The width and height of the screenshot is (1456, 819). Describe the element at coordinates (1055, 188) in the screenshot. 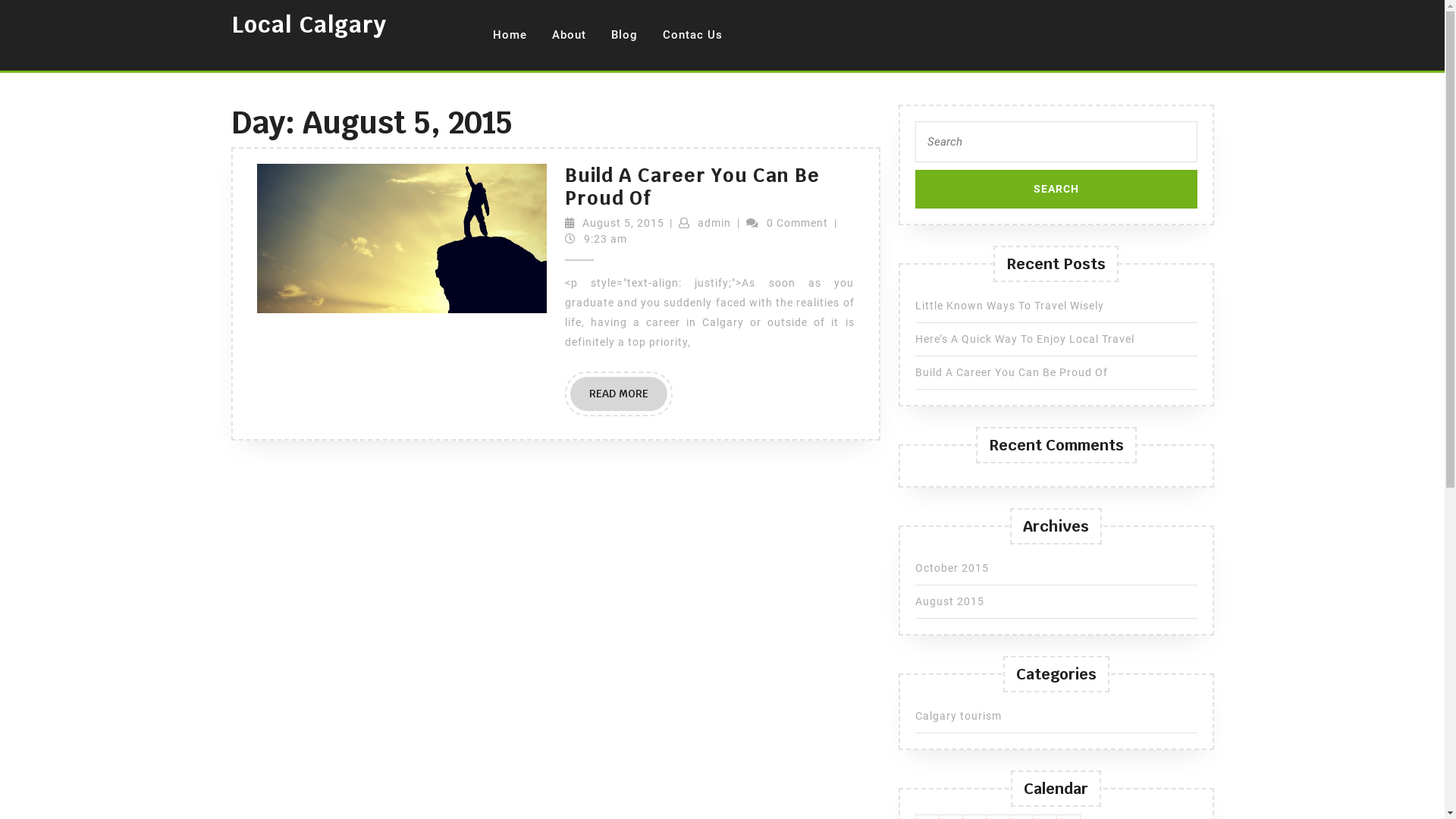

I see `'Search'` at that location.